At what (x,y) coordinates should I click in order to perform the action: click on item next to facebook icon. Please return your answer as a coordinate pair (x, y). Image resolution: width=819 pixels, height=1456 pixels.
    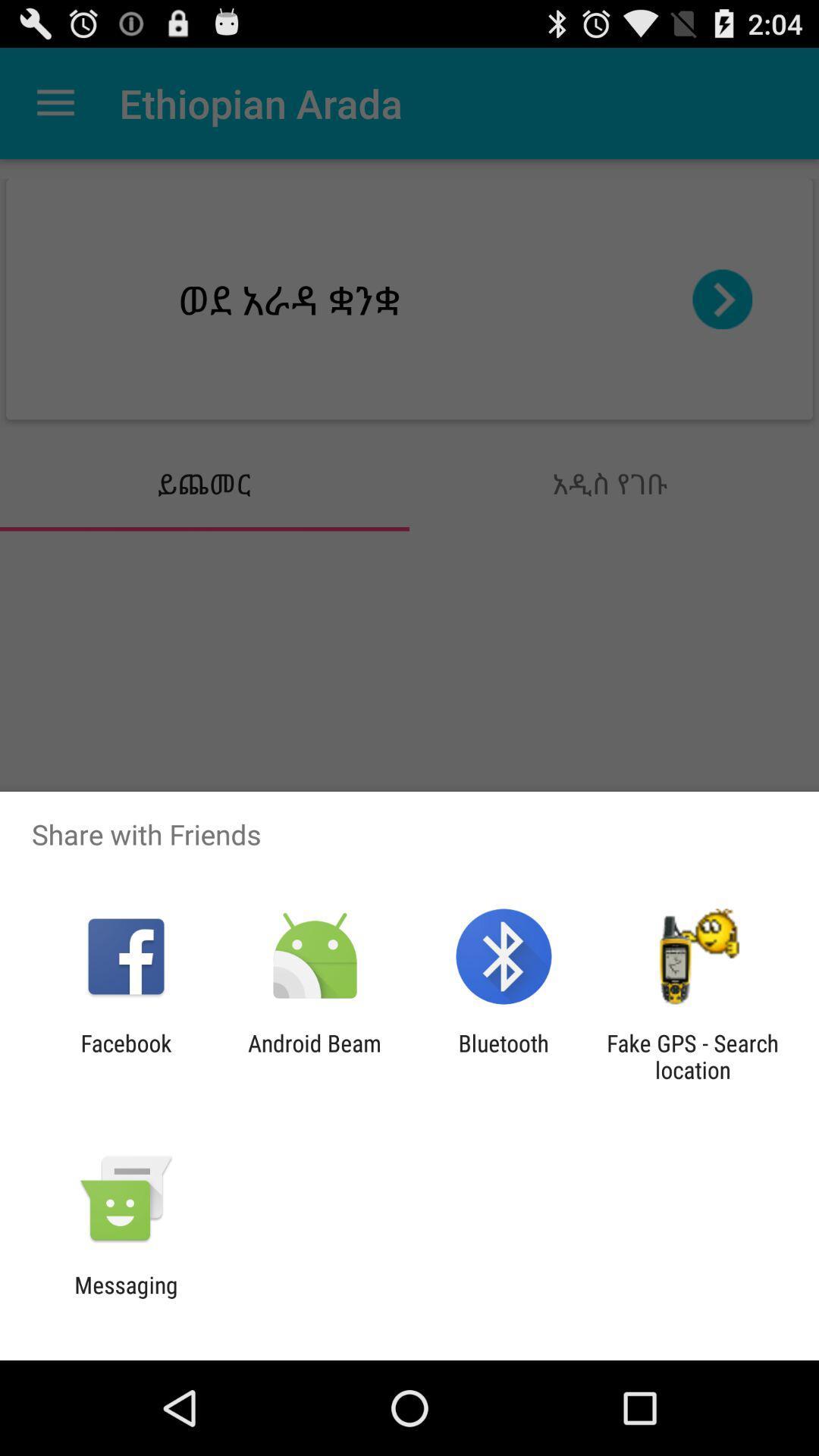
    Looking at the image, I should click on (314, 1056).